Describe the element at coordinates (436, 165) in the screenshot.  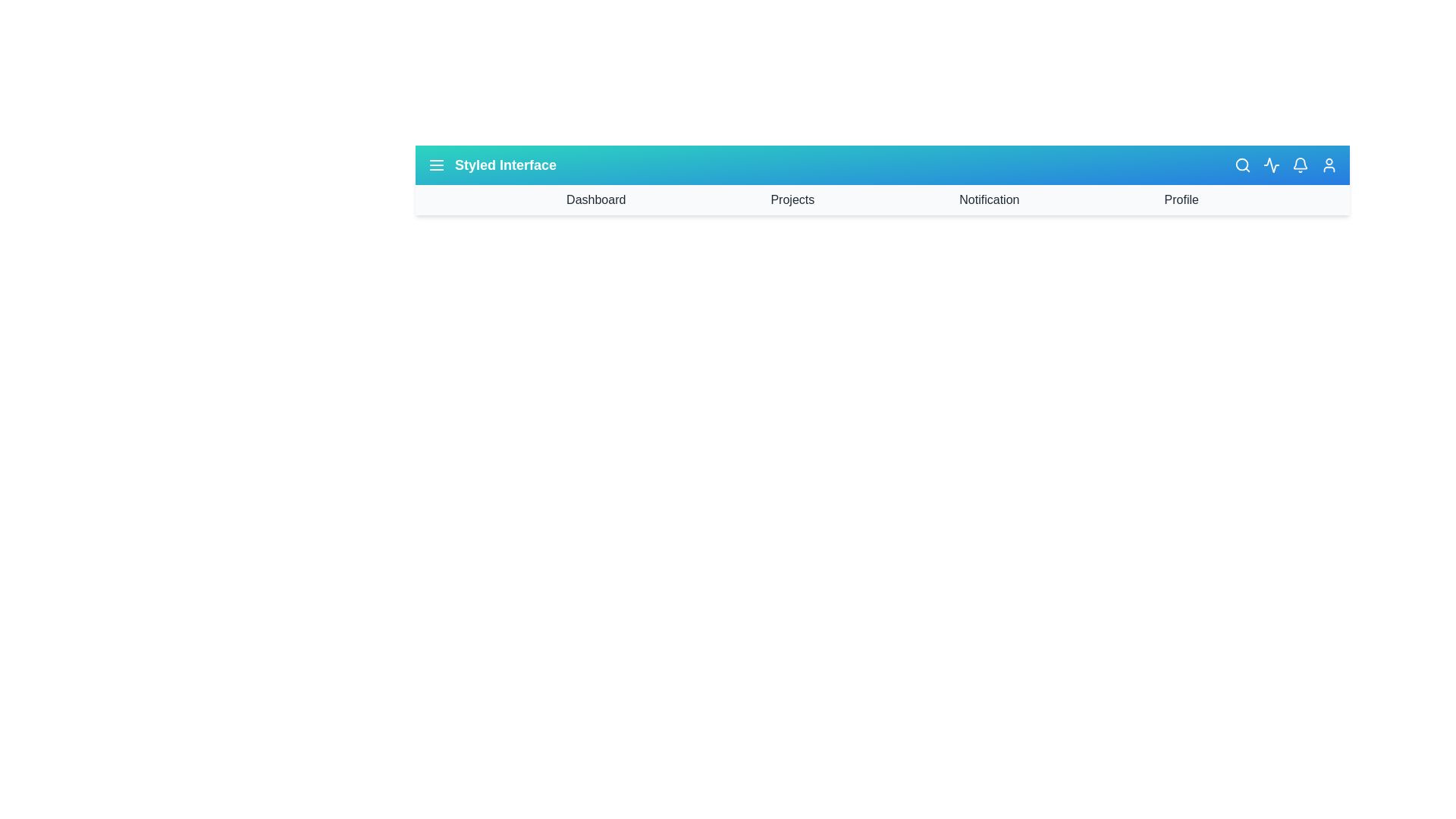
I see `the menu icon to toggle the menu visibility` at that location.